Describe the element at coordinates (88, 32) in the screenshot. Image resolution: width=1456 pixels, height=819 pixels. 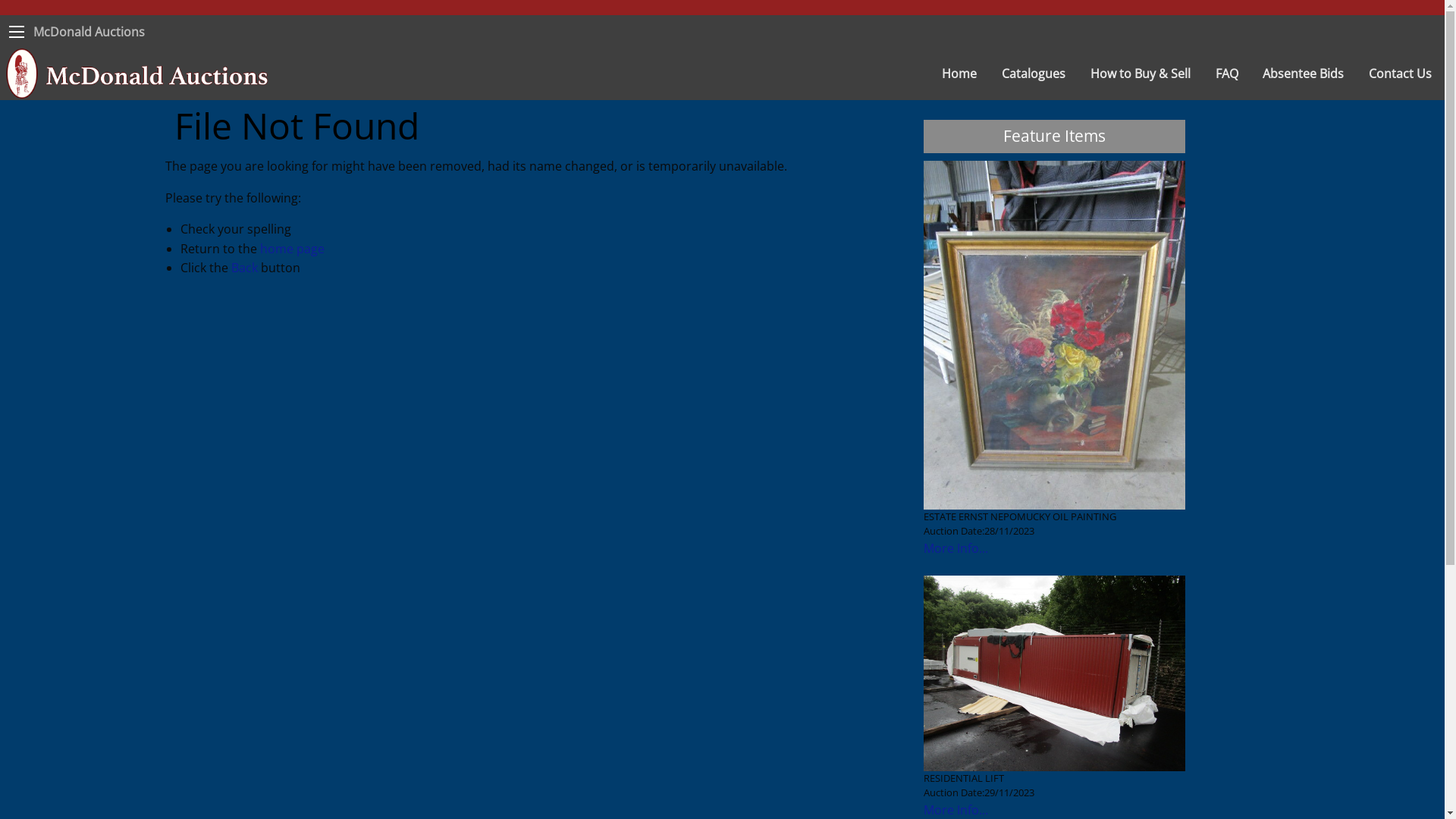
I see `'McDonald Auctions'` at that location.